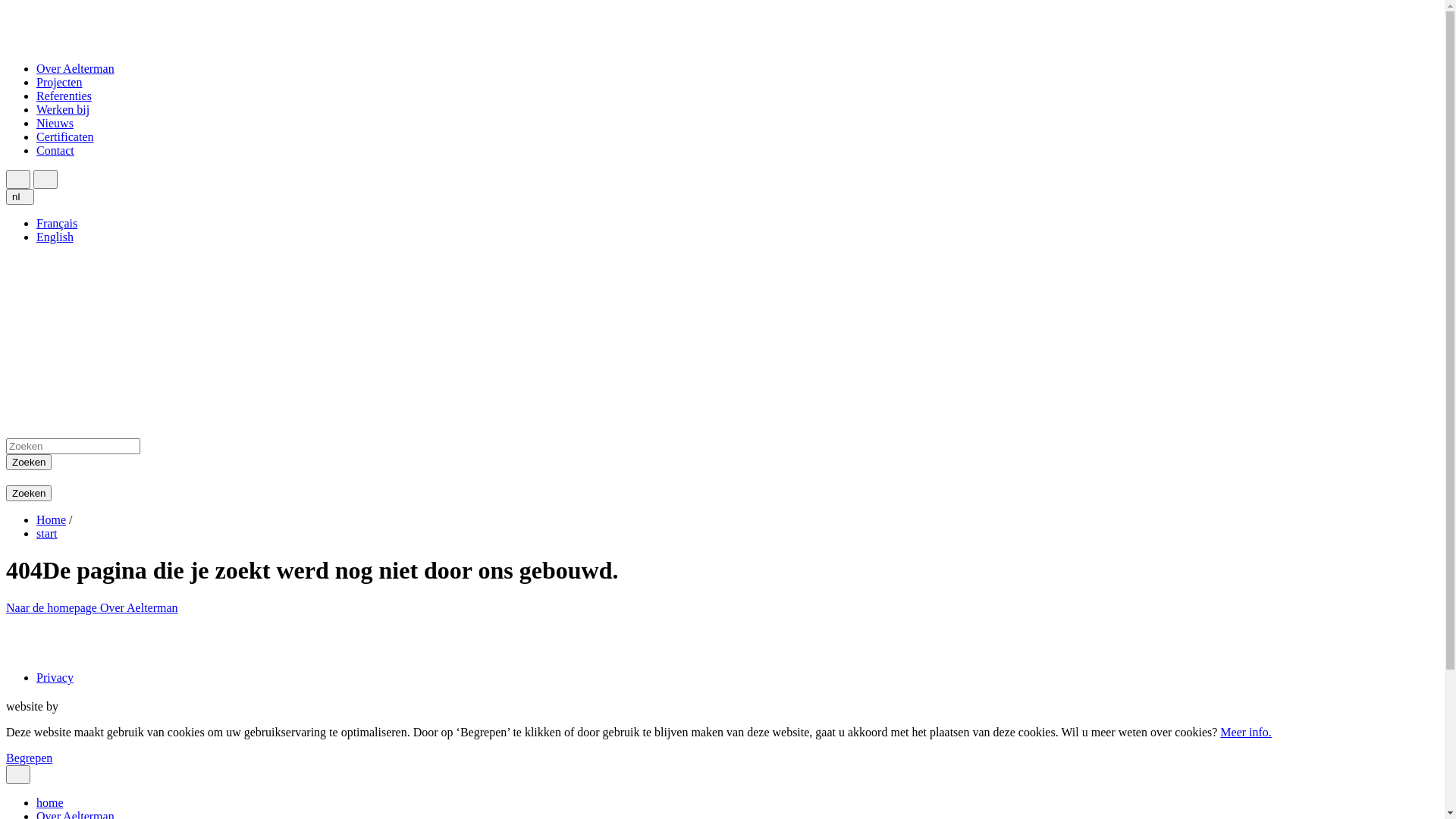 Image resolution: width=1456 pixels, height=819 pixels. Describe the element at coordinates (55, 676) in the screenshot. I see `'Privacy'` at that location.